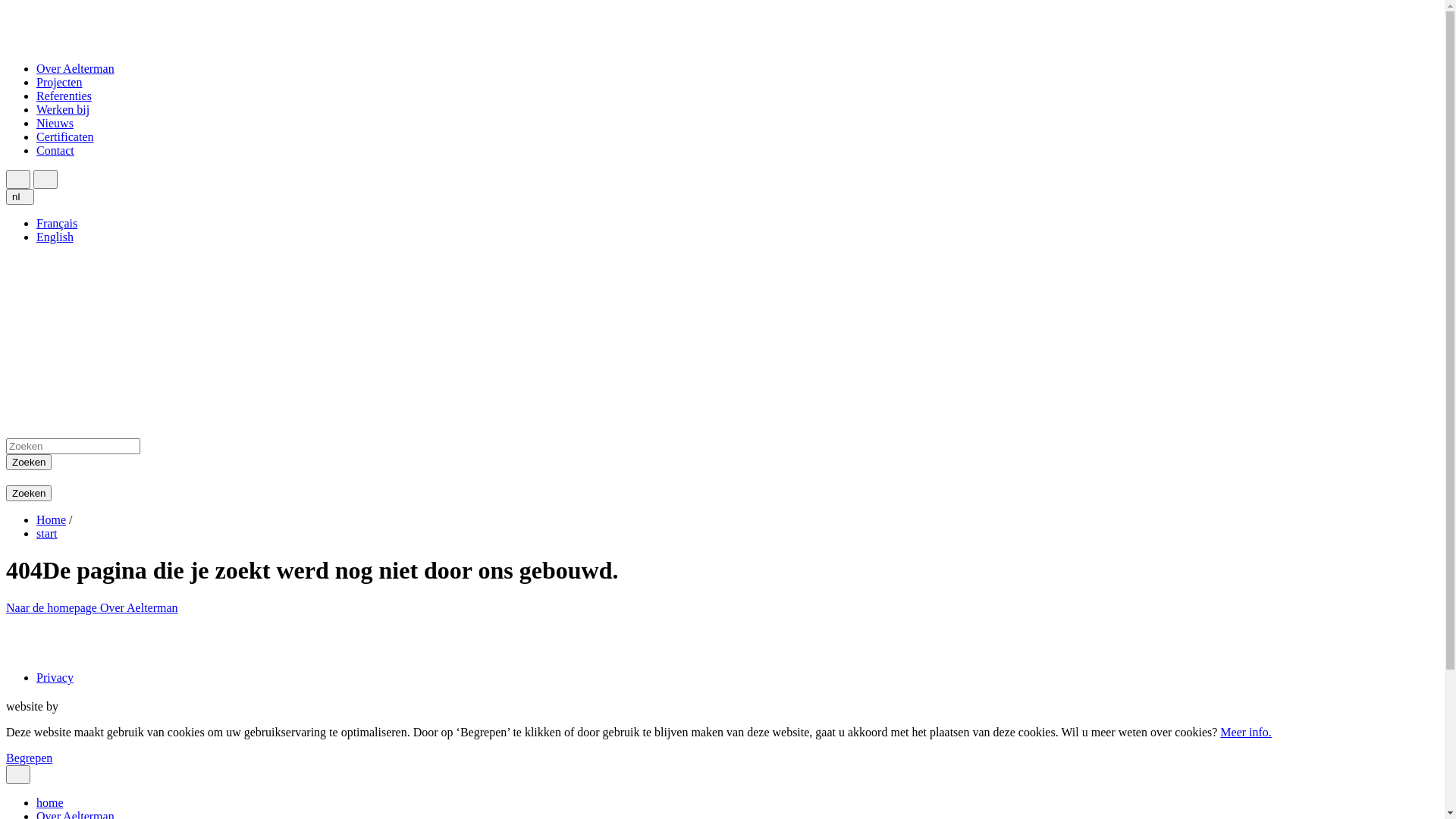 Image resolution: width=1456 pixels, height=819 pixels. Describe the element at coordinates (55, 676) in the screenshot. I see `'Privacy'` at that location.